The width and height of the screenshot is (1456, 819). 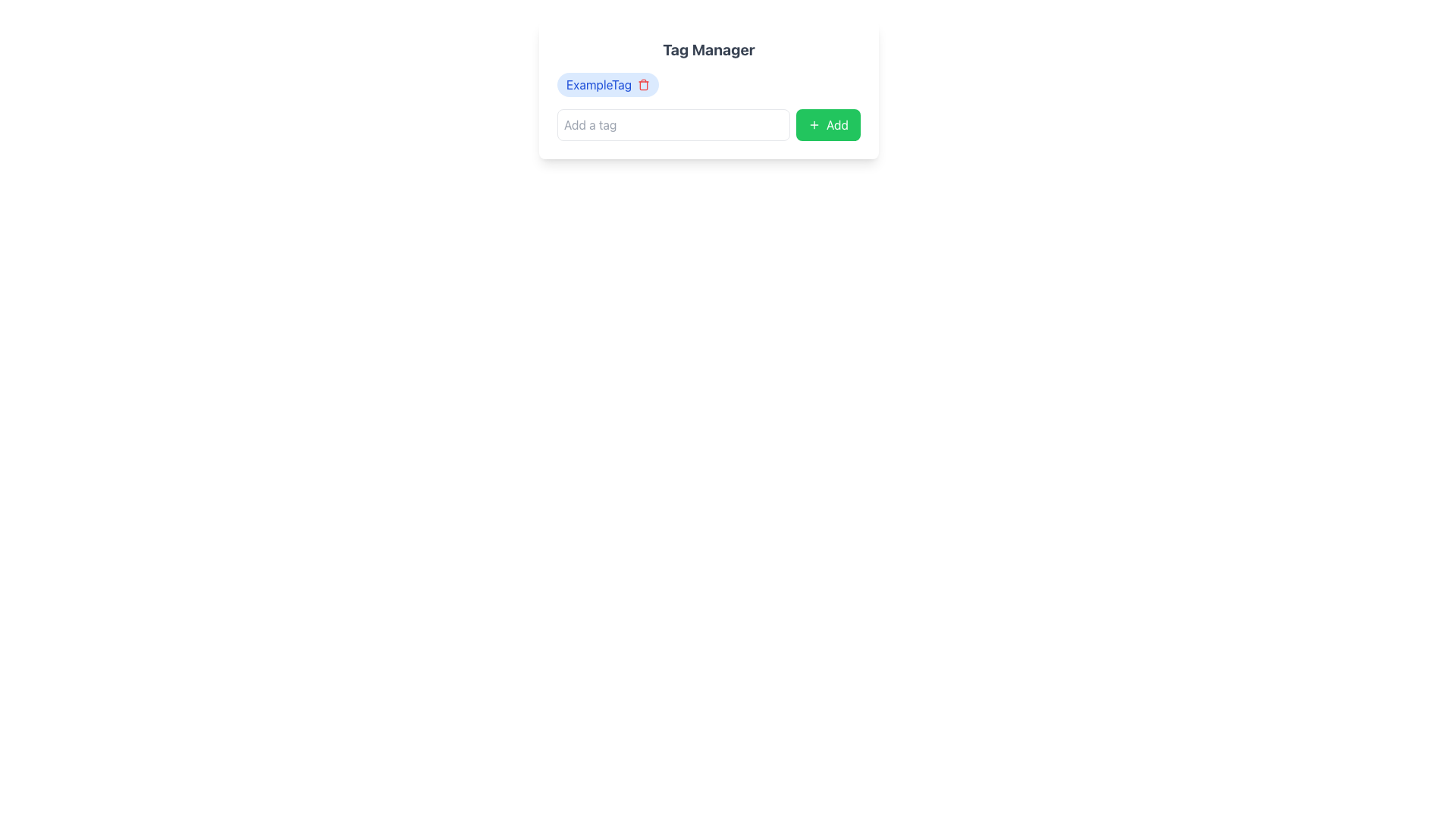 I want to click on the addition icon located inside the green rectangular 'Add' button, positioned at the left end of the button, so click(x=814, y=124).